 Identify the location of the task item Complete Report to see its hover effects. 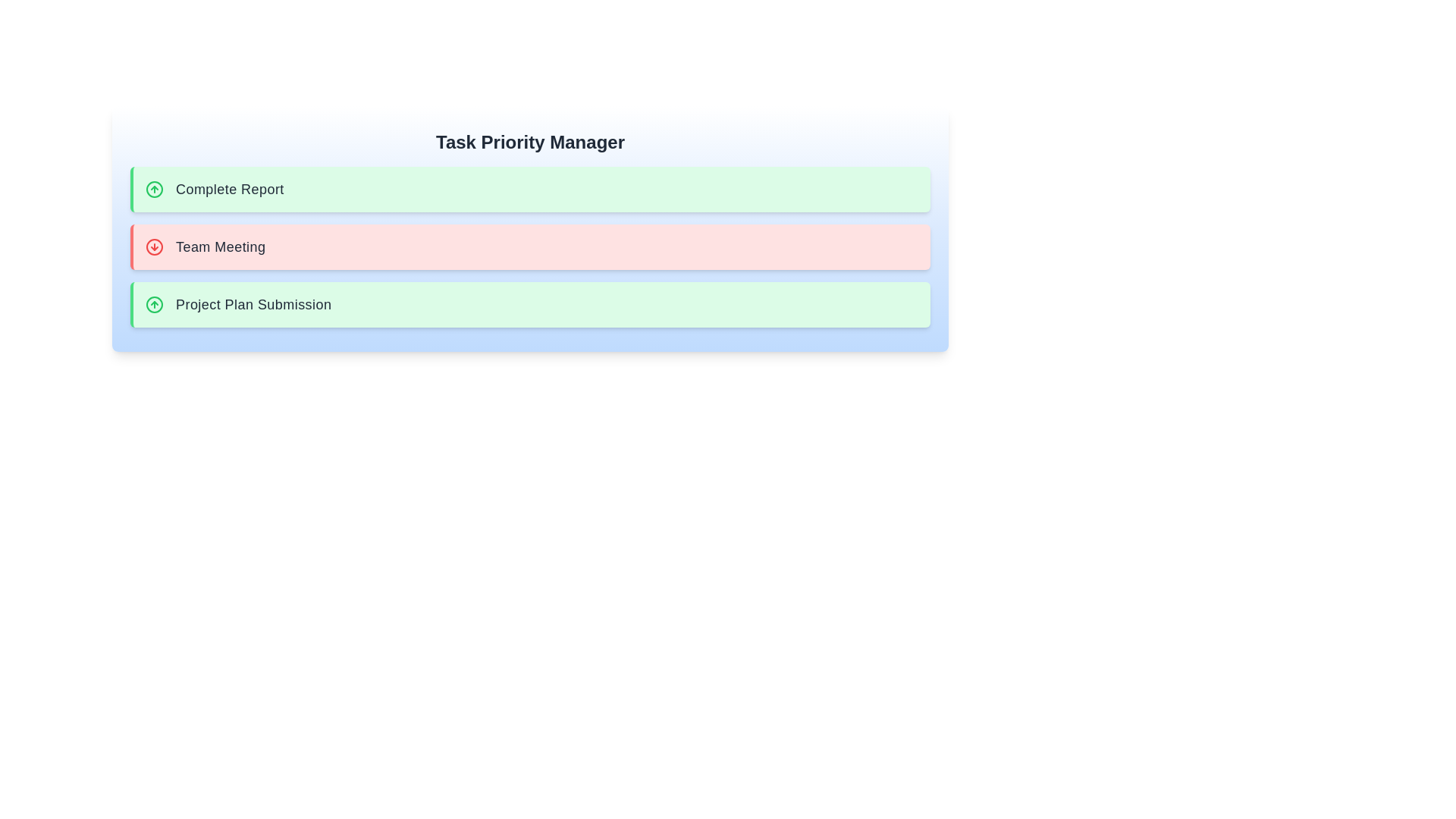
(530, 189).